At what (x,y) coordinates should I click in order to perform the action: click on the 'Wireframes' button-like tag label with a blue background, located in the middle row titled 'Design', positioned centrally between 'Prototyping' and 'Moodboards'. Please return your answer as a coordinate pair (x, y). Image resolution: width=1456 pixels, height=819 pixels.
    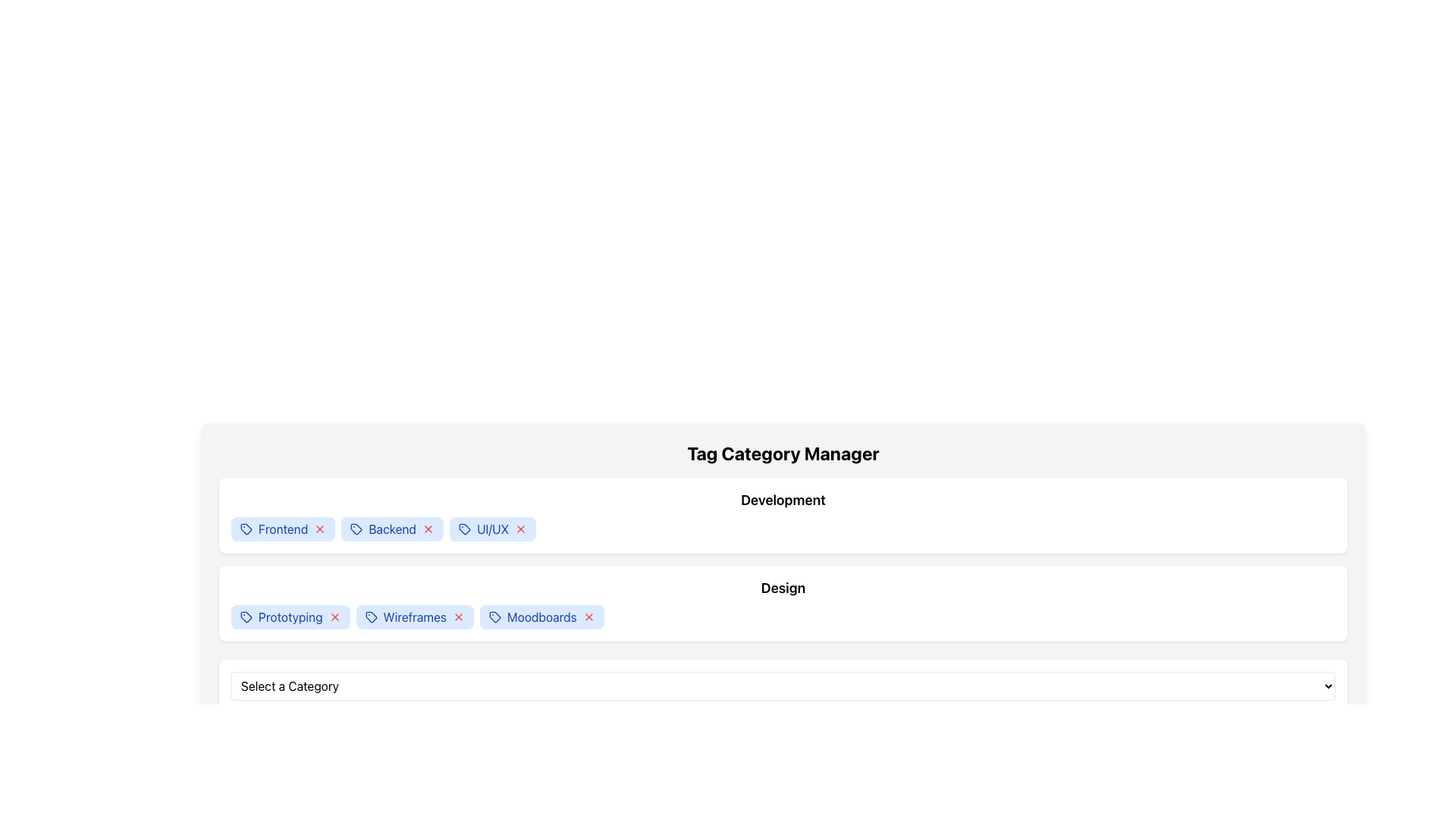
    Looking at the image, I should click on (415, 617).